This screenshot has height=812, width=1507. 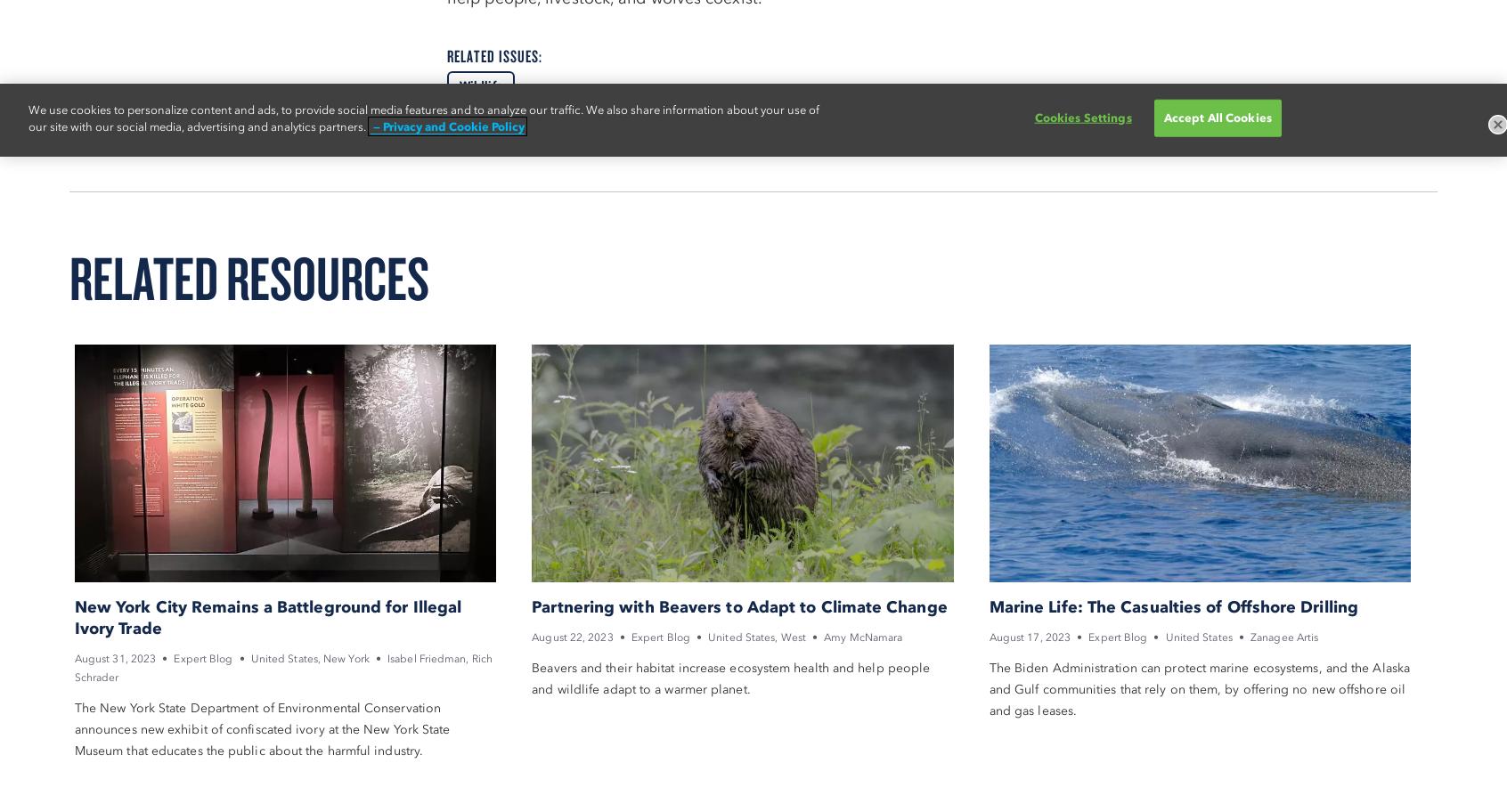 What do you see at coordinates (988, 605) in the screenshot?
I see `'Marine Life: The Casualties of Offshore Drilling'` at bounding box center [988, 605].